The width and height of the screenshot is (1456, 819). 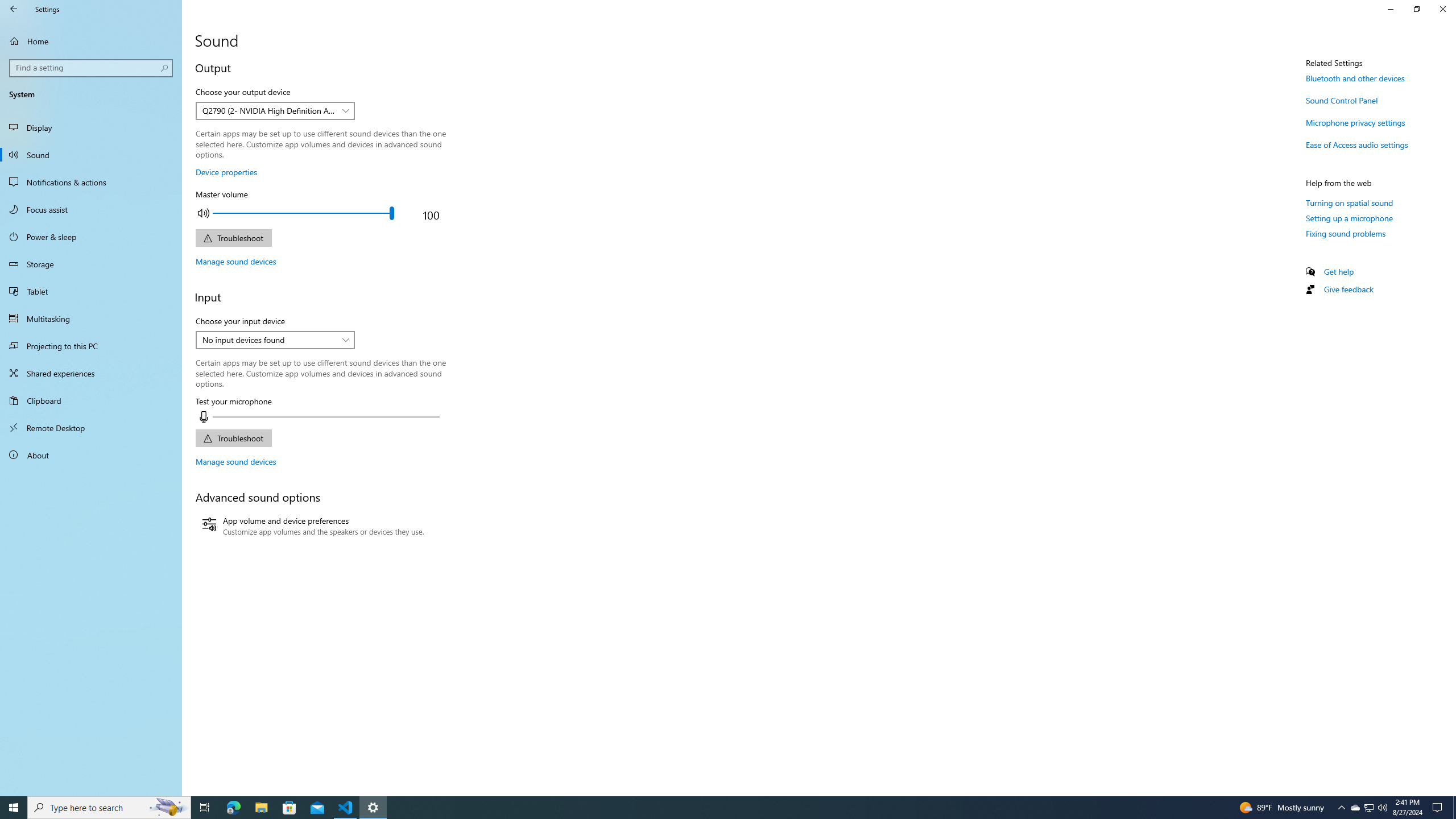 I want to click on 'Power & sleep', so click(x=90, y=236).